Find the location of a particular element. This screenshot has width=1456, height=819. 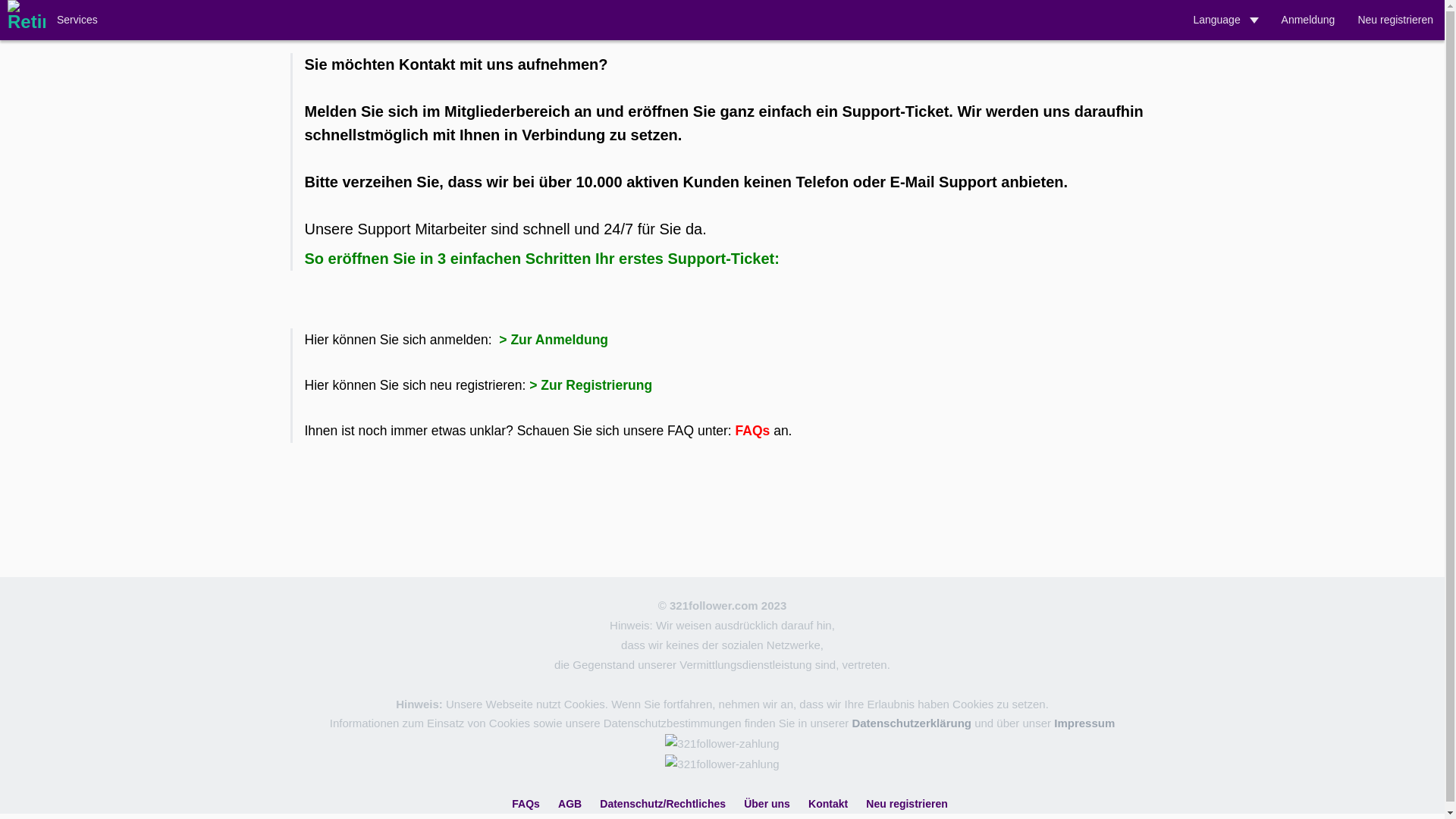

'Kontakt' is located at coordinates (827, 803).